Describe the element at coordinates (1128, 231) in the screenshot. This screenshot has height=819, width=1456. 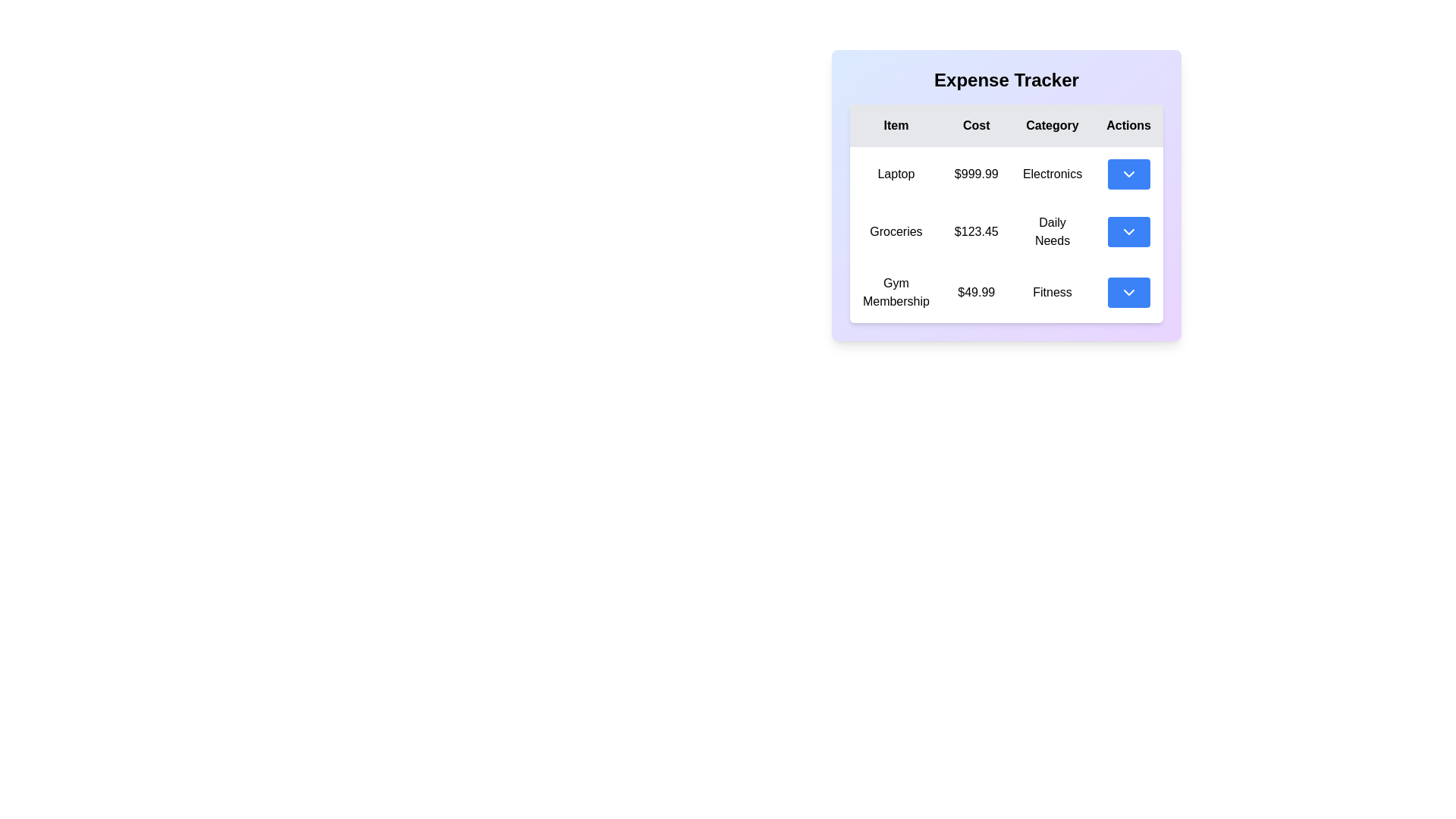
I see `the downward-pointing chevron icon within the blue button in the 'Actions' column of the second row of the 'Expense Tracker' table` at that location.